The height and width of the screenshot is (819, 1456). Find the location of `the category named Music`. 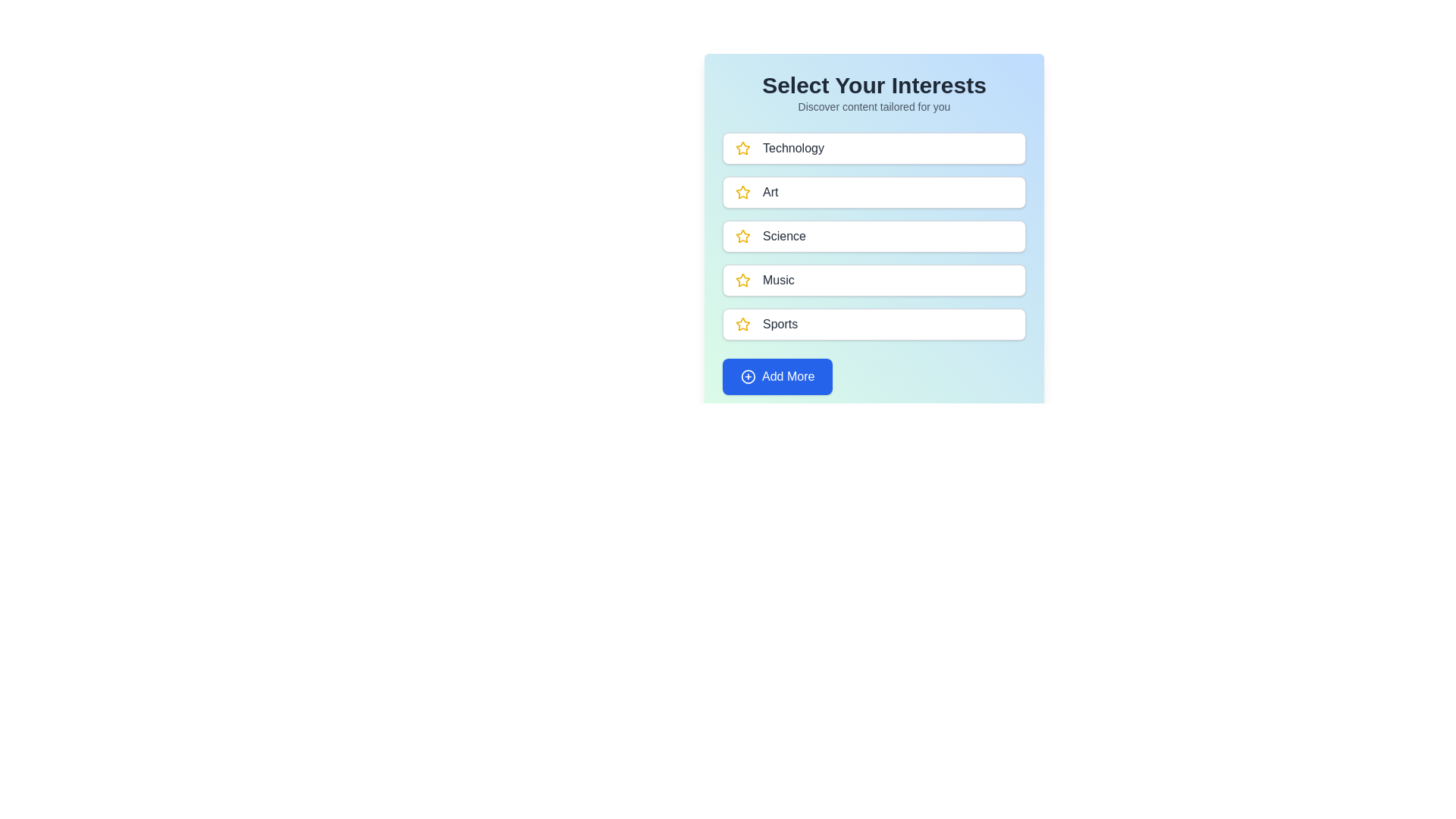

the category named Music is located at coordinates (874, 281).